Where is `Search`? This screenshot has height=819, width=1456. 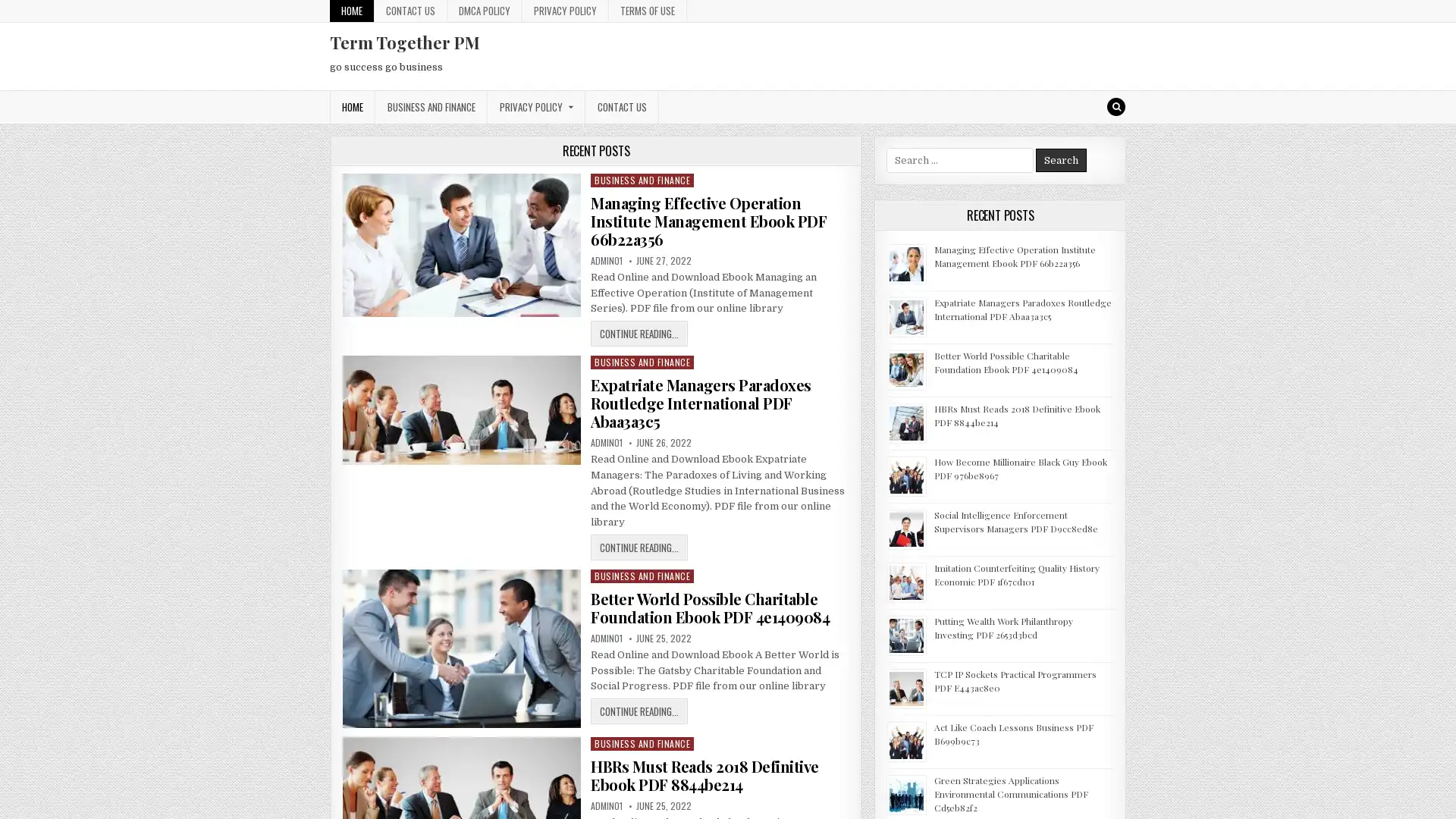
Search is located at coordinates (1060, 160).